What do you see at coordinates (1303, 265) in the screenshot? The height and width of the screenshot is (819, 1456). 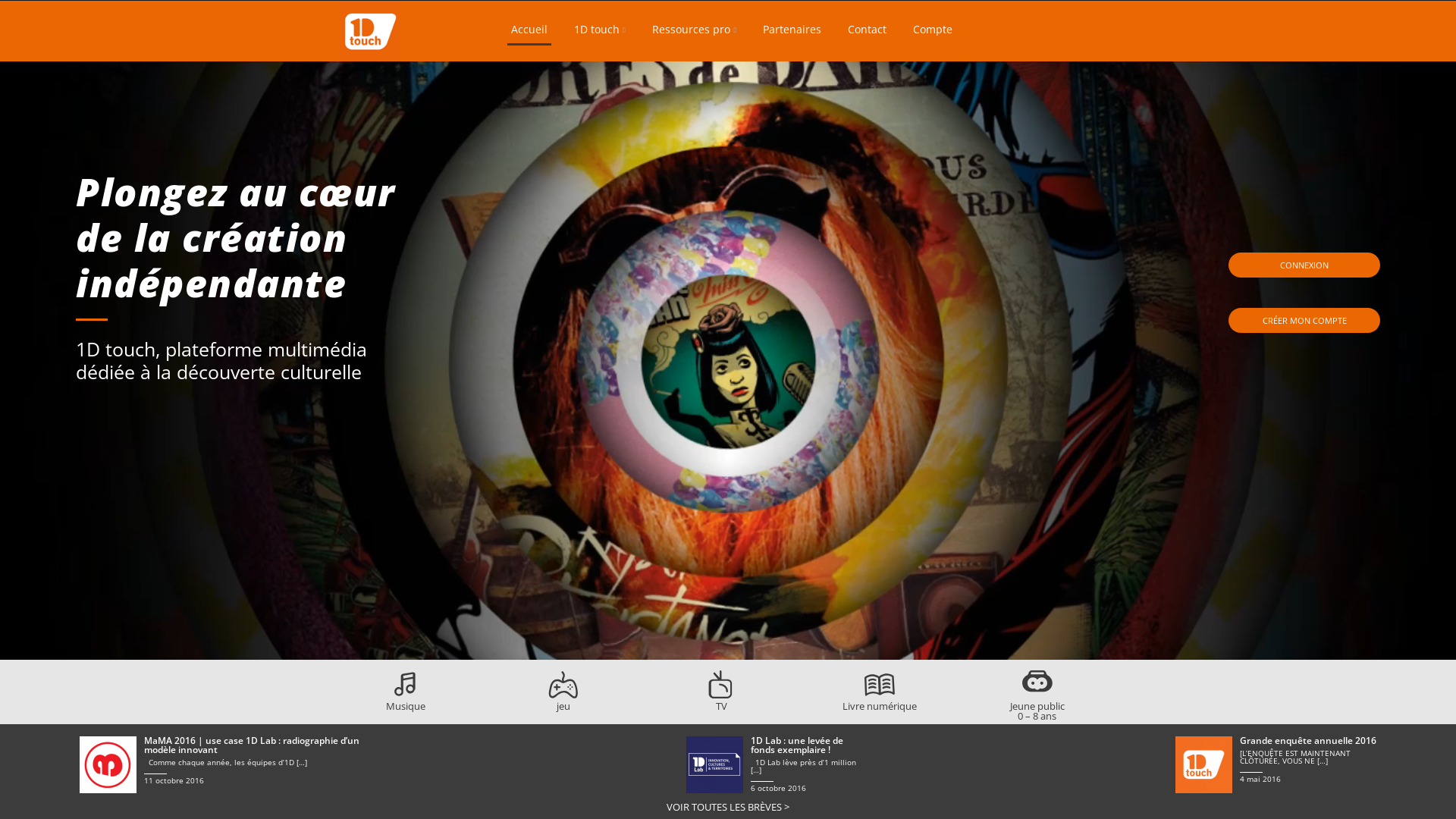 I see `'CONNEXION'` at bounding box center [1303, 265].